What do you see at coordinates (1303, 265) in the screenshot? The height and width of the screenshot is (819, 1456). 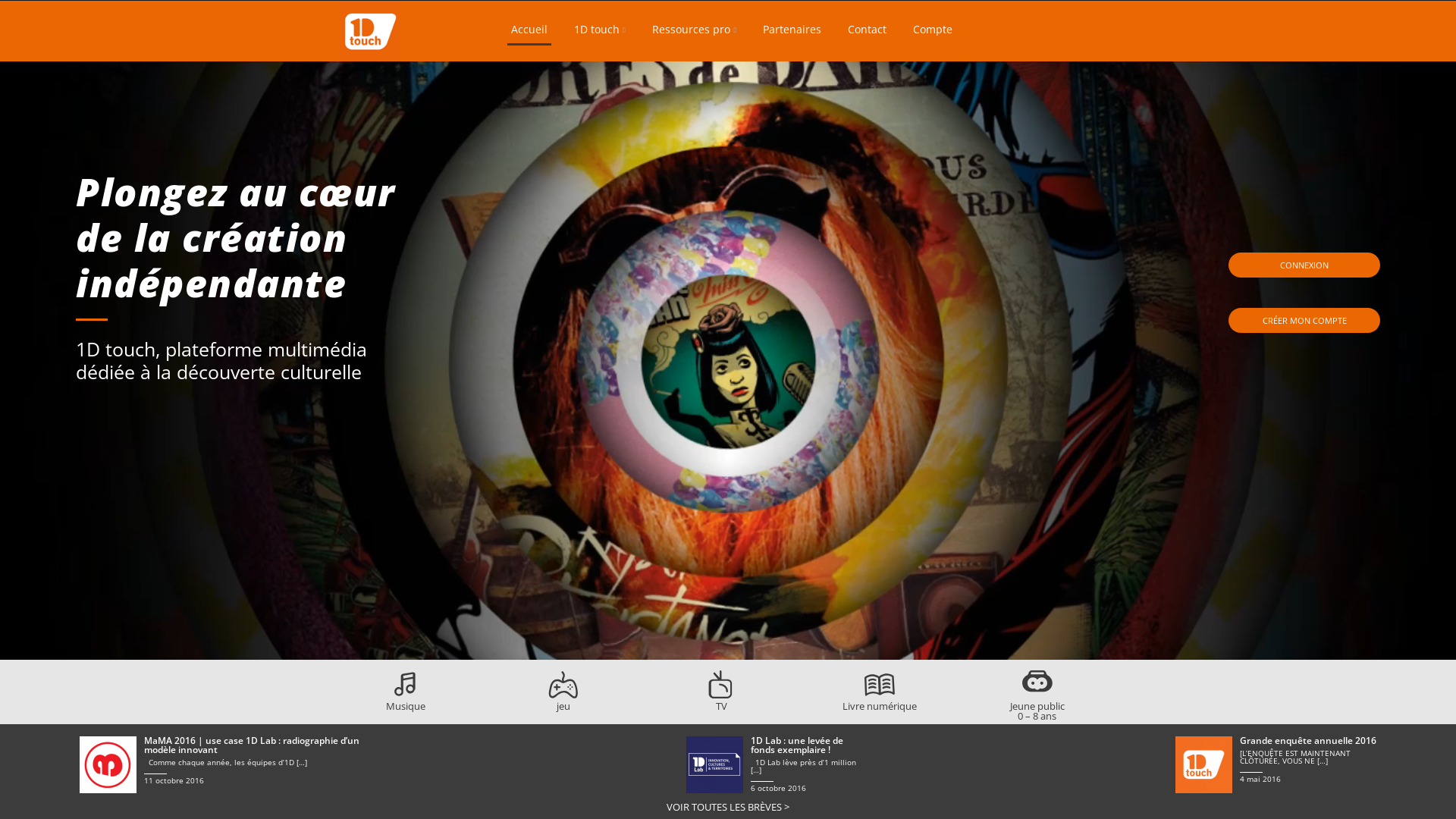 I see `'CONNEXION'` at bounding box center [1303, 265].